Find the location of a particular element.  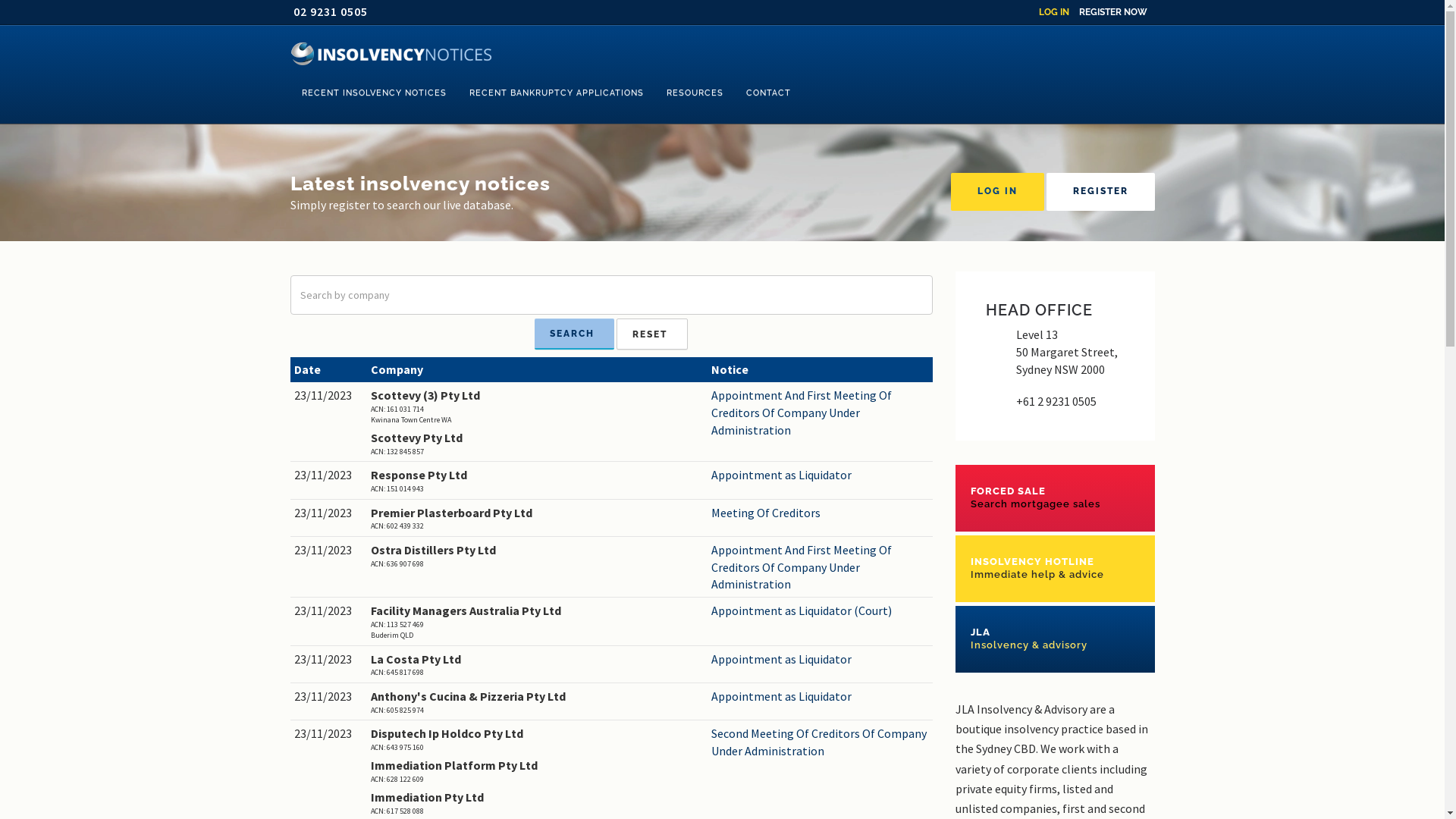

'CONTACT' is located at coordinates (767, 93).